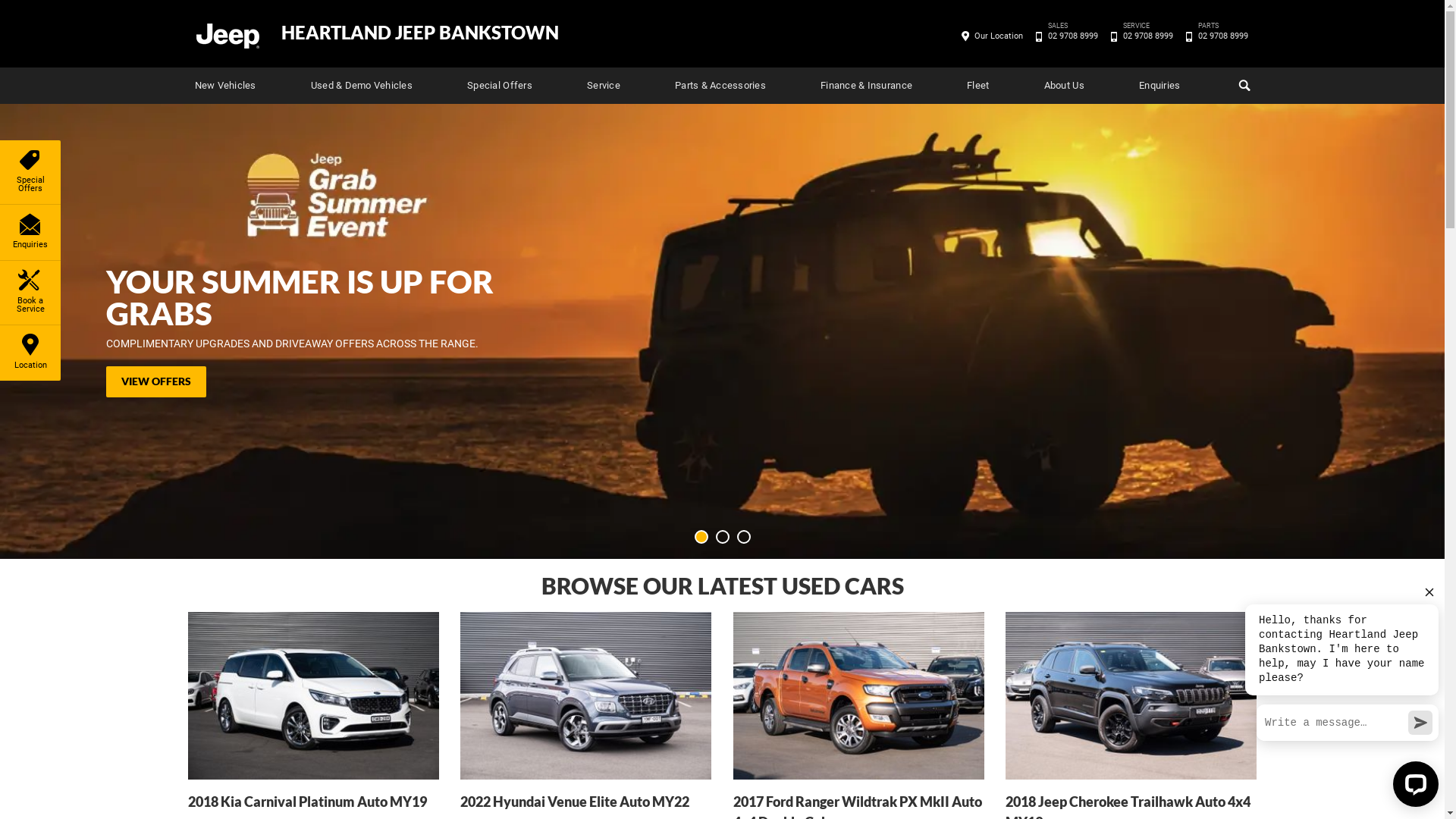  I want to click on 'New Vehicles', so click(224, 85).